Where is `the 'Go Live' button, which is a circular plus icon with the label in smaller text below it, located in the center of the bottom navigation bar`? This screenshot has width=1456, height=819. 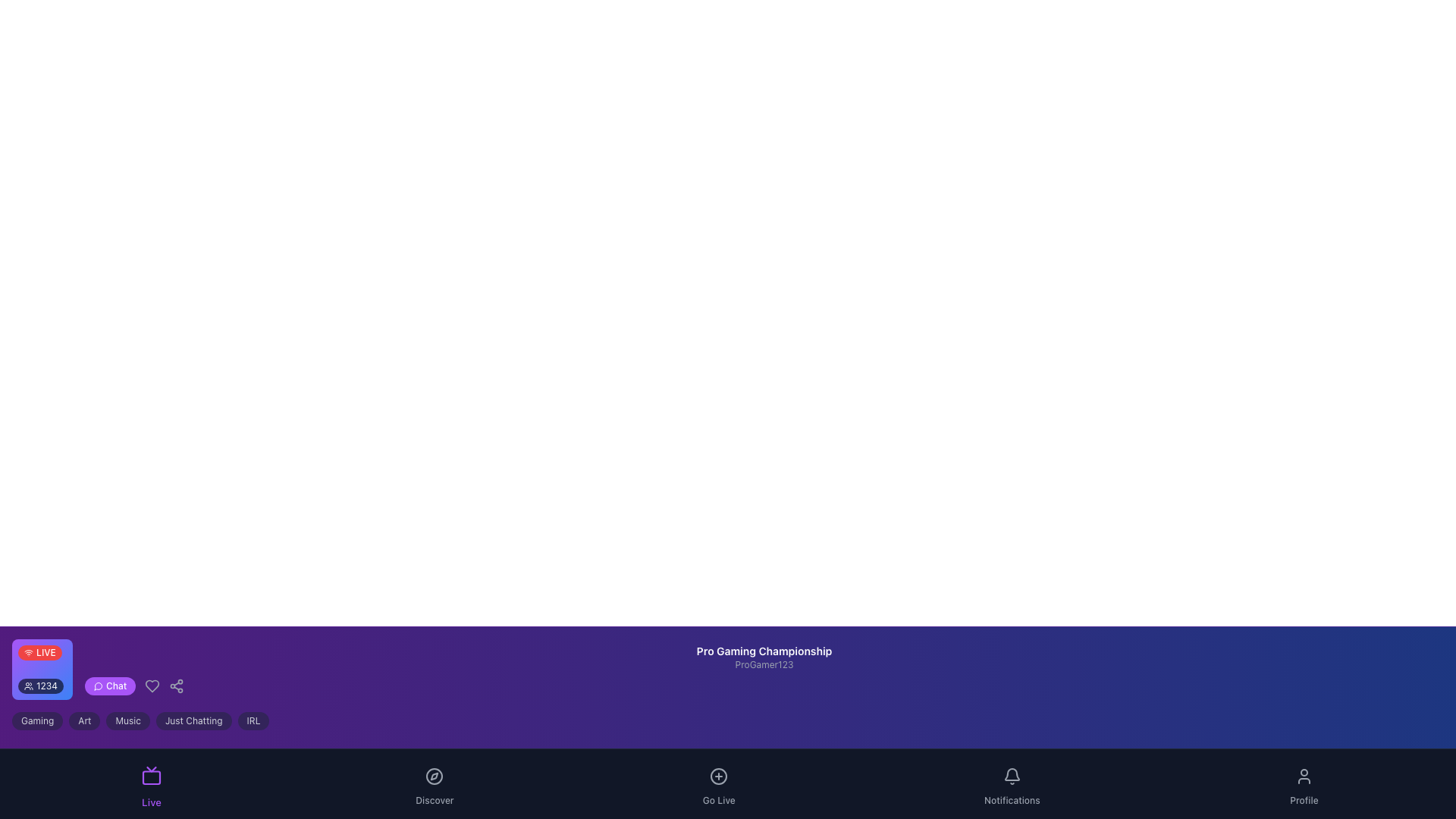 the 'Go Live' button, which is a circular plus icon with the label in smaller text below it, located in the center of the bottom navigation bar is located at coordinates (718, 783).